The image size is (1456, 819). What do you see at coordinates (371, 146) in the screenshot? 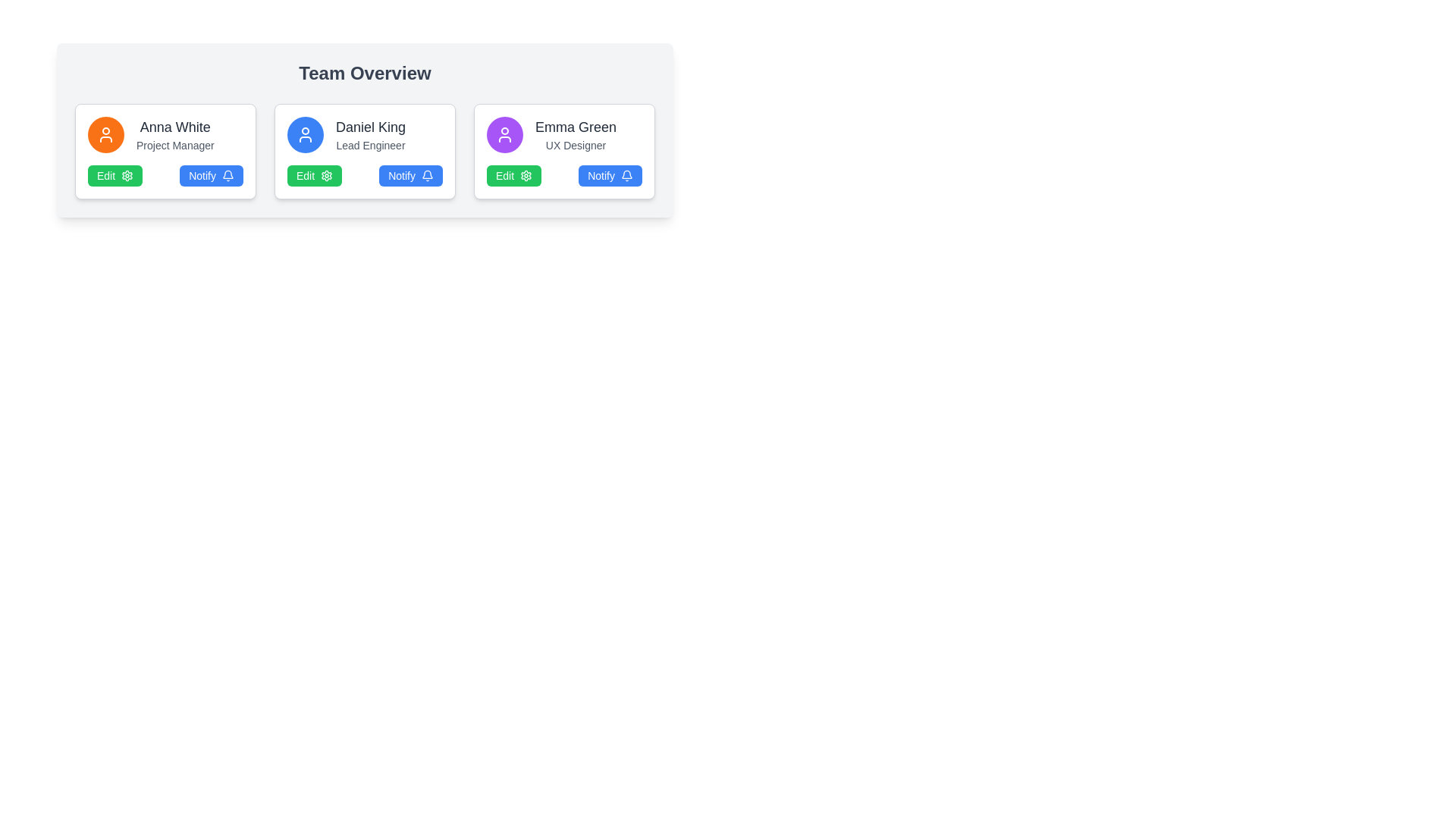
I see `the text label displaying 'Lead Engineer' located beneath 'Daniel King' in the second team member card` at bounding box center [371, 146].